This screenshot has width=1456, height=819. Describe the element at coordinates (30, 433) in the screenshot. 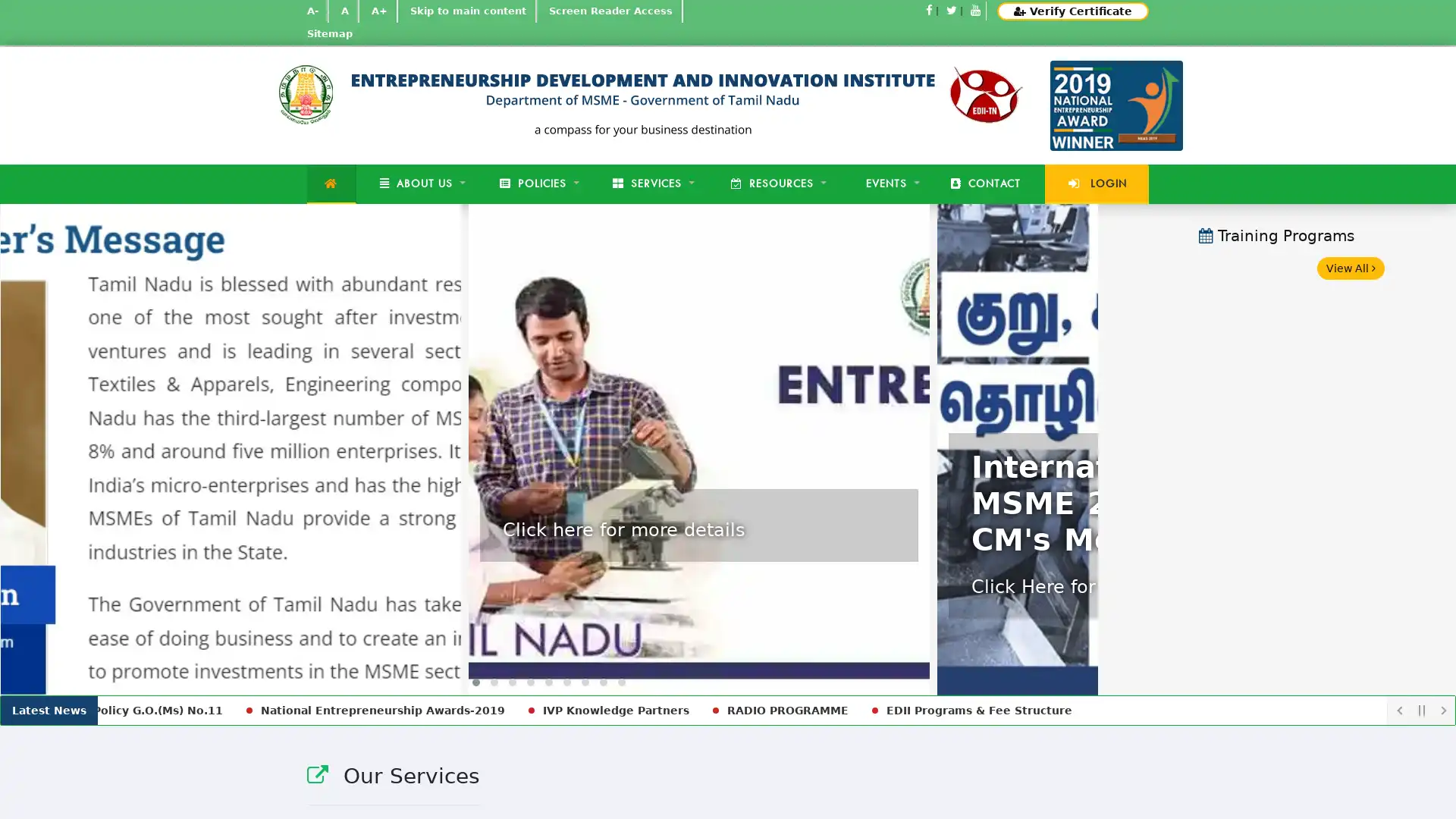

I see `Previous` at that location.